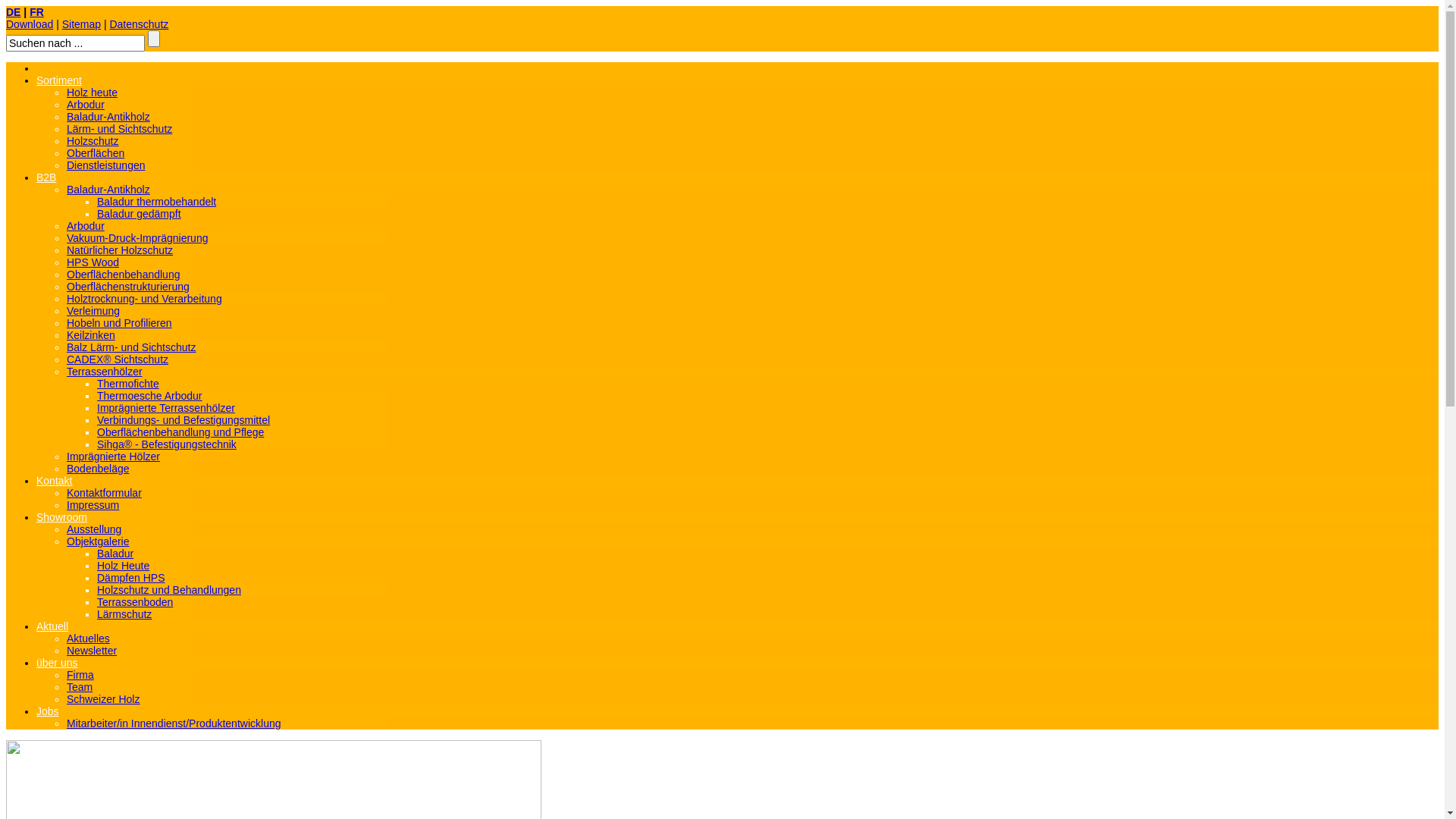  Describe the element at coordinates (65, 540) in the screenshot. I see `'Objektgalerie'` at that location.